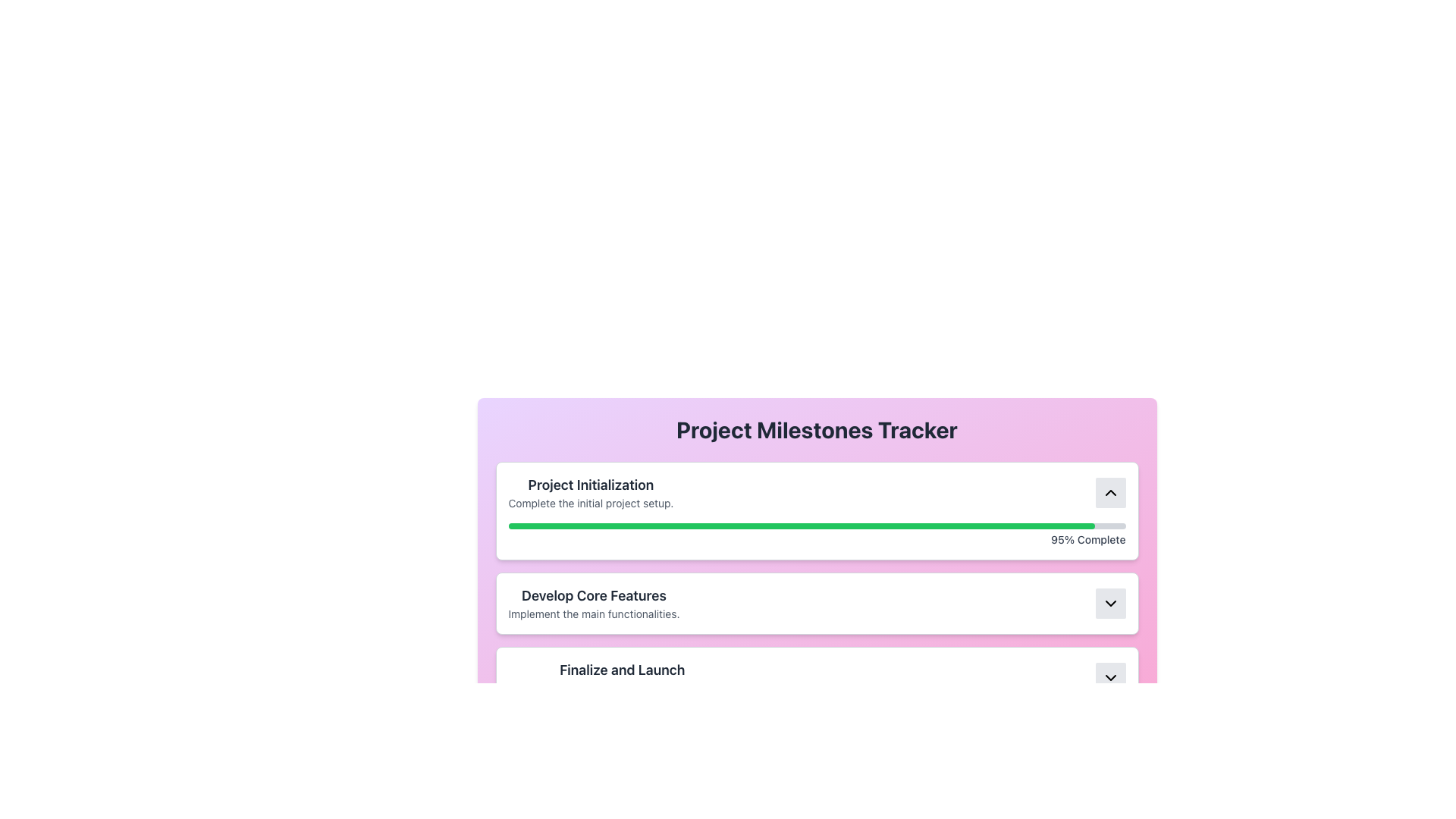  I want to click on the section title text label that summarizes the content or task, which is centrally located in the second card of a vertically-arranged list, so click(593, 595).